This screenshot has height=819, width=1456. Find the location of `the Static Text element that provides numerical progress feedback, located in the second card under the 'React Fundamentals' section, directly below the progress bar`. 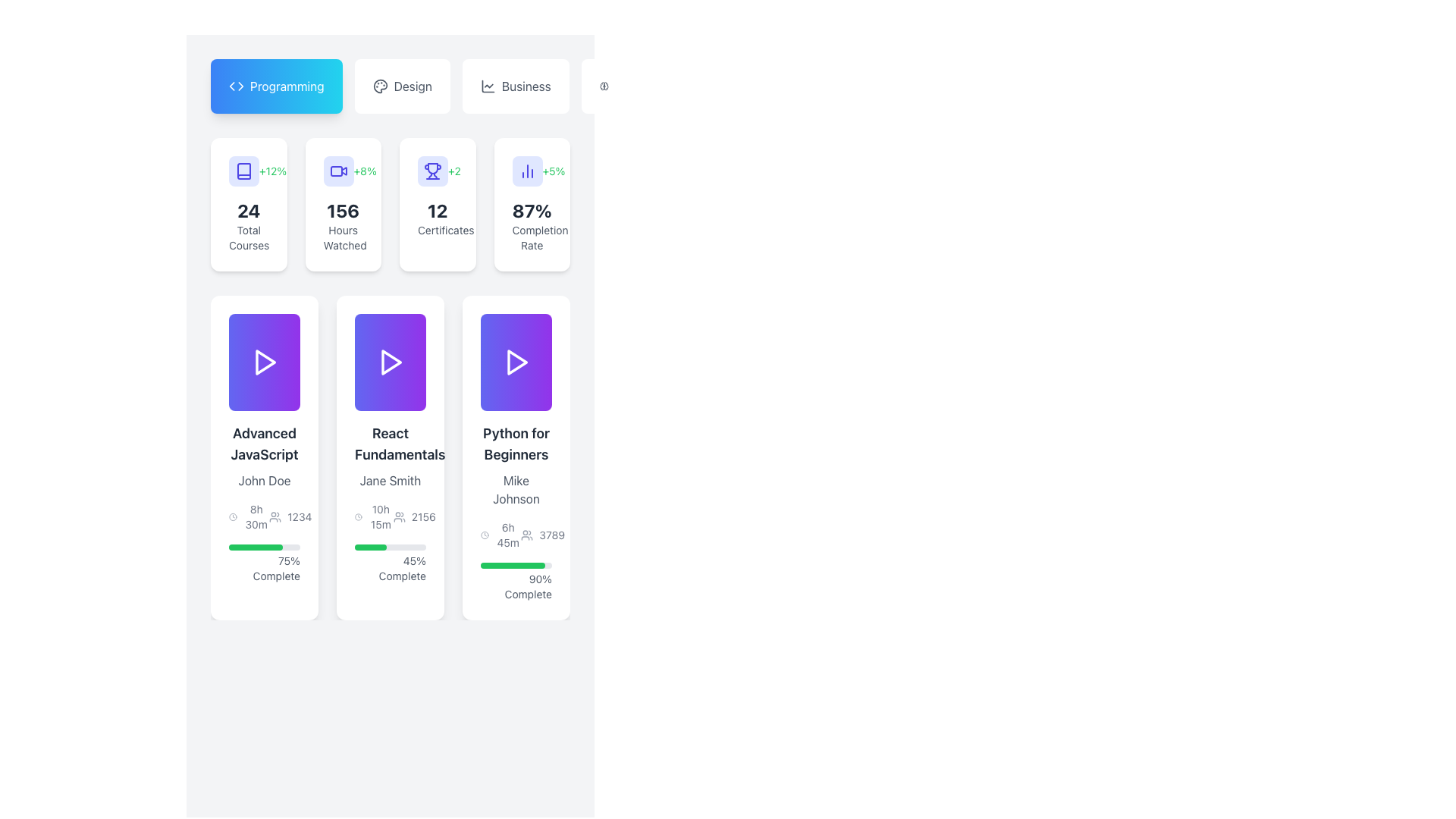

the Static Text element that provides numerical progress feedback, located in the second card under the 'React Fundamentals' section, directly below the progress bar is located at coordinates (390, 568).